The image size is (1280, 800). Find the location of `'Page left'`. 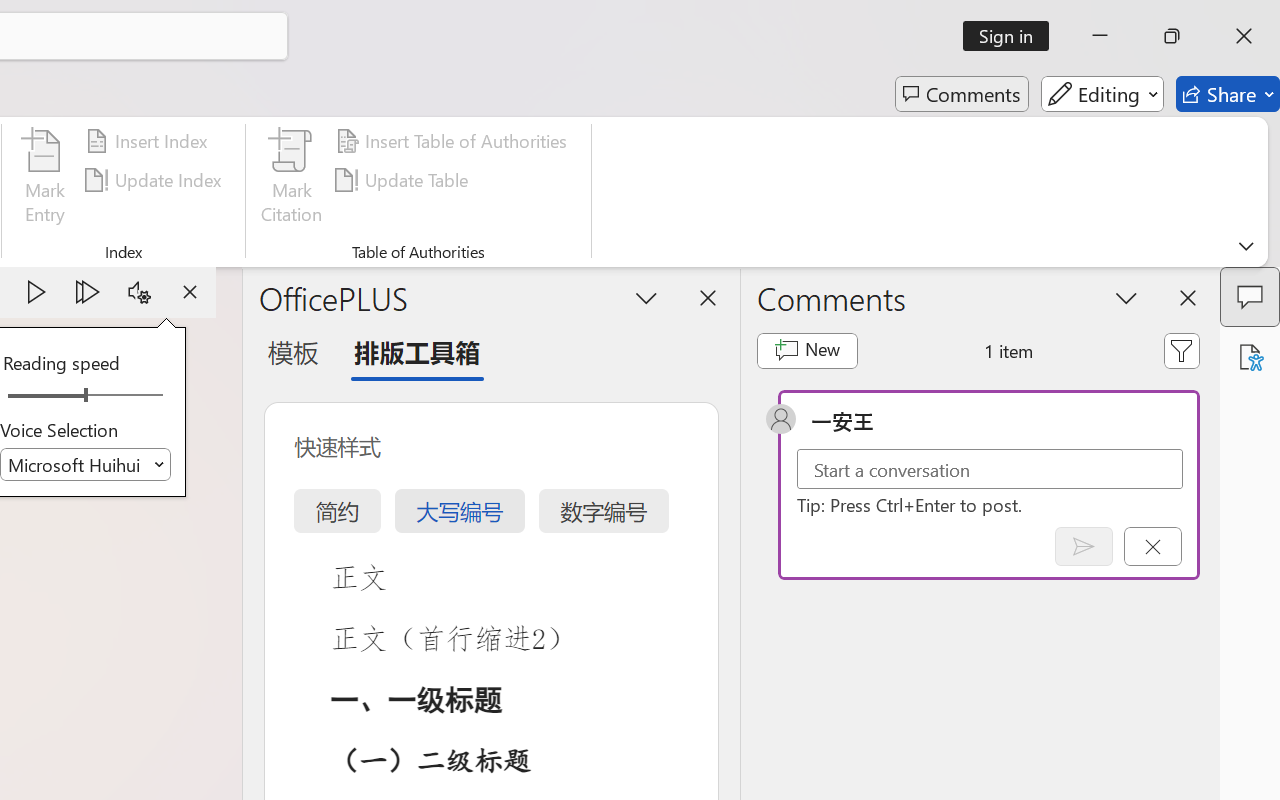

'Page left' is located at coordinates (40, 395).